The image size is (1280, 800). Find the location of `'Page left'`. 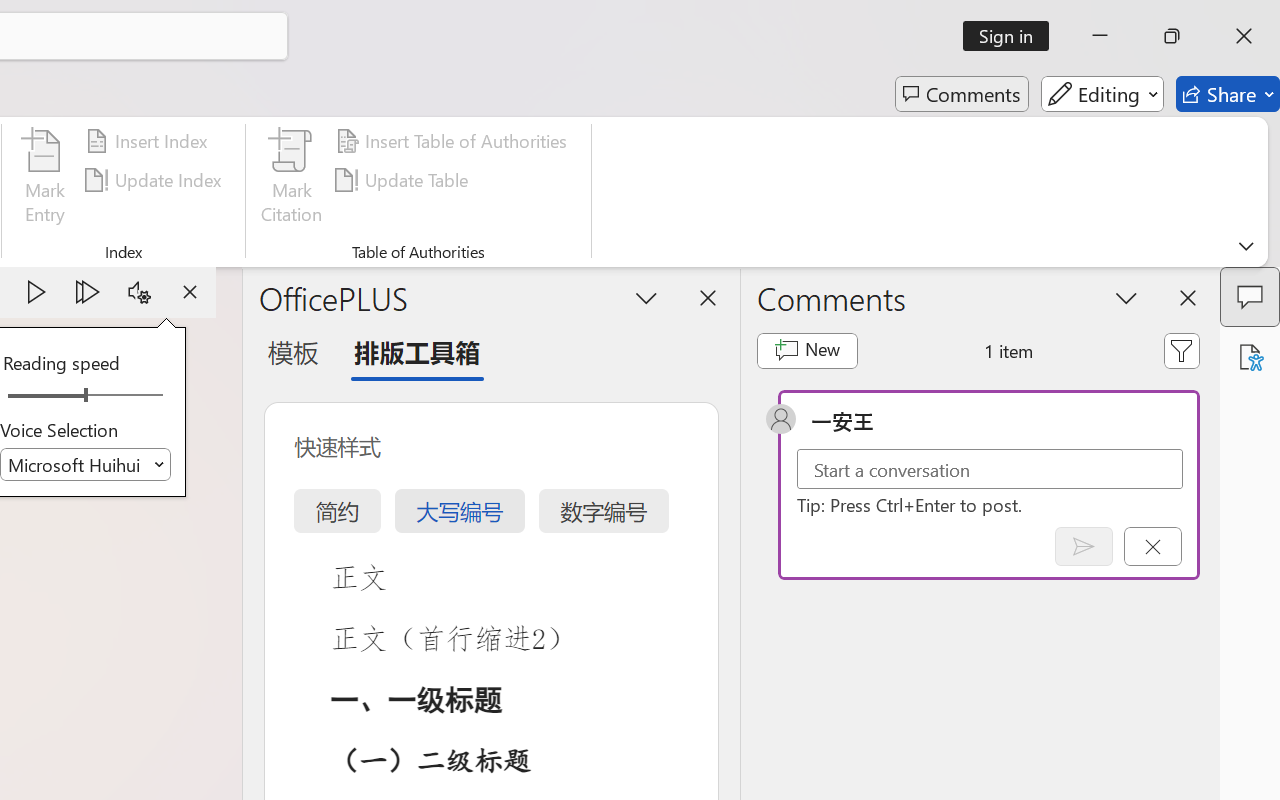

'Page left' is located at coordinates (40, 395).